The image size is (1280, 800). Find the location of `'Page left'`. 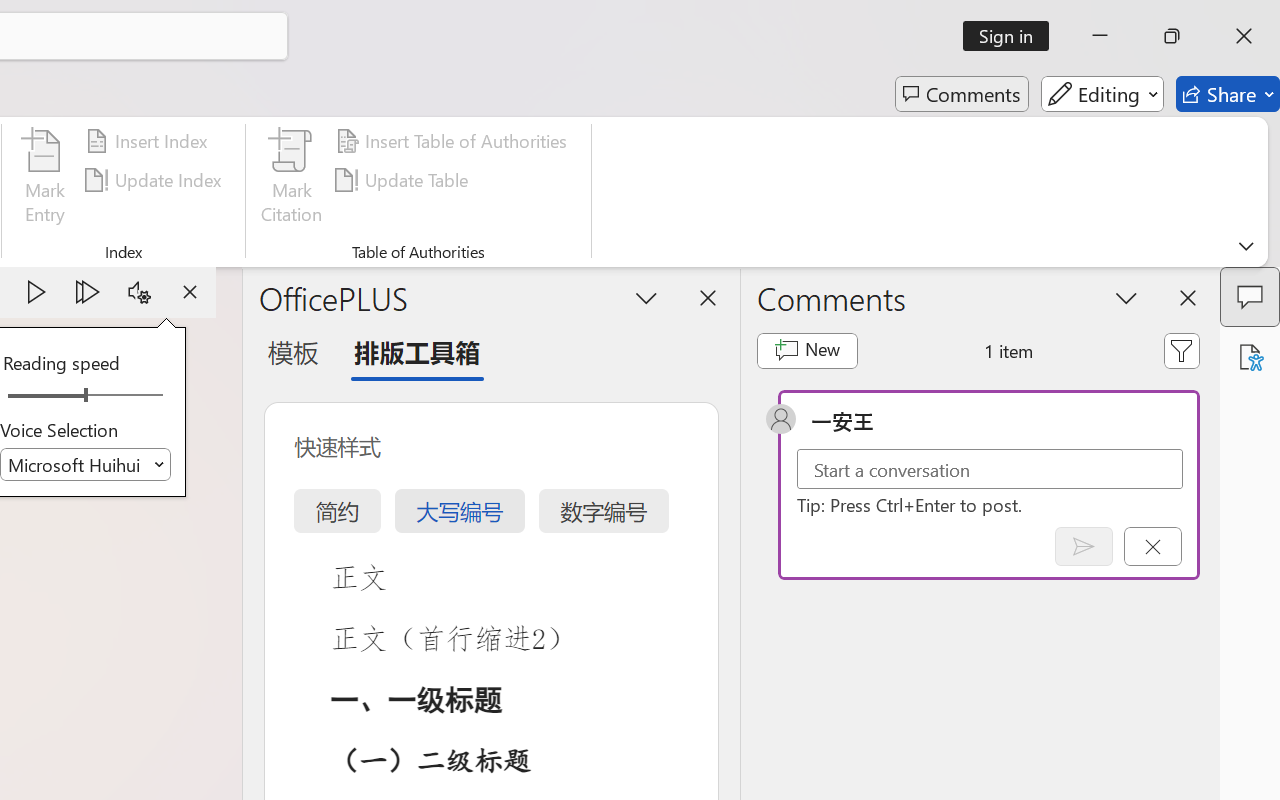

'Page left' is located at coordinates (40, 395).